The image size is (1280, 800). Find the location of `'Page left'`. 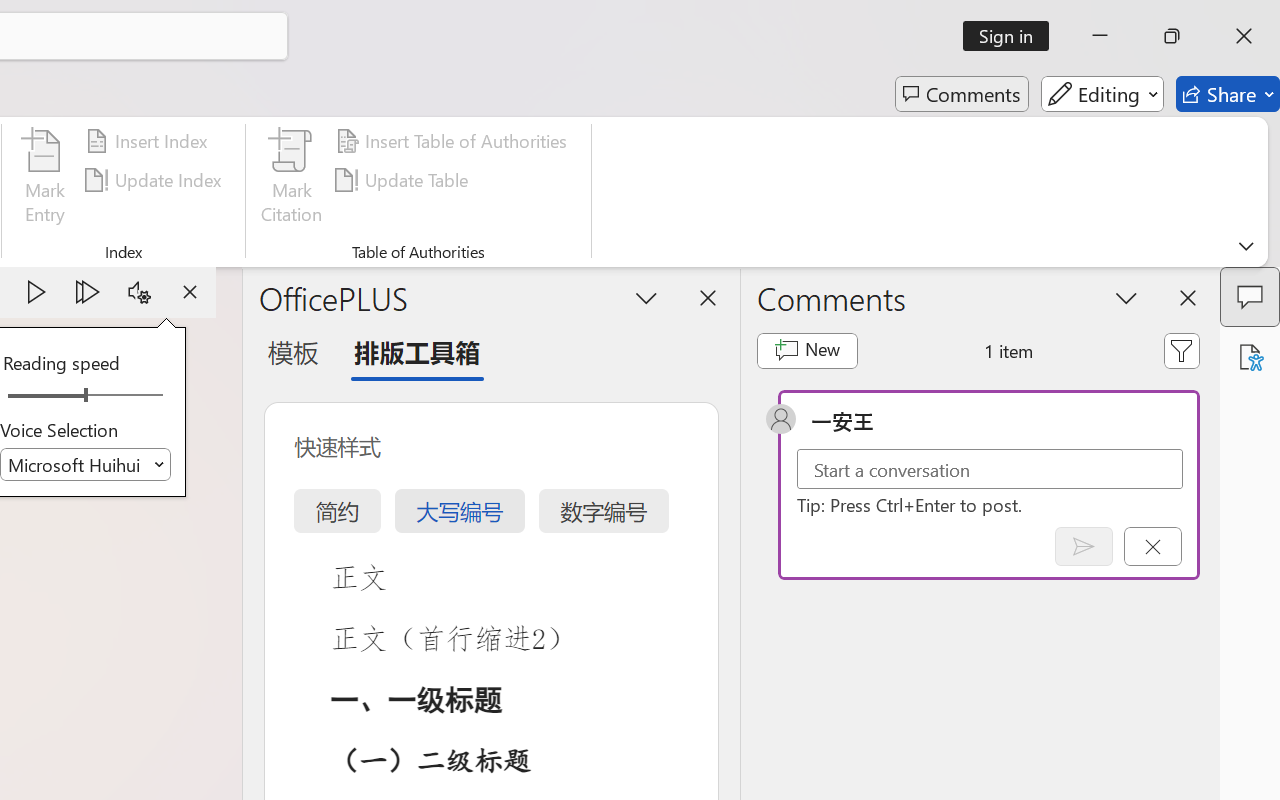

'Page left' is located at coordinates (40, 395).